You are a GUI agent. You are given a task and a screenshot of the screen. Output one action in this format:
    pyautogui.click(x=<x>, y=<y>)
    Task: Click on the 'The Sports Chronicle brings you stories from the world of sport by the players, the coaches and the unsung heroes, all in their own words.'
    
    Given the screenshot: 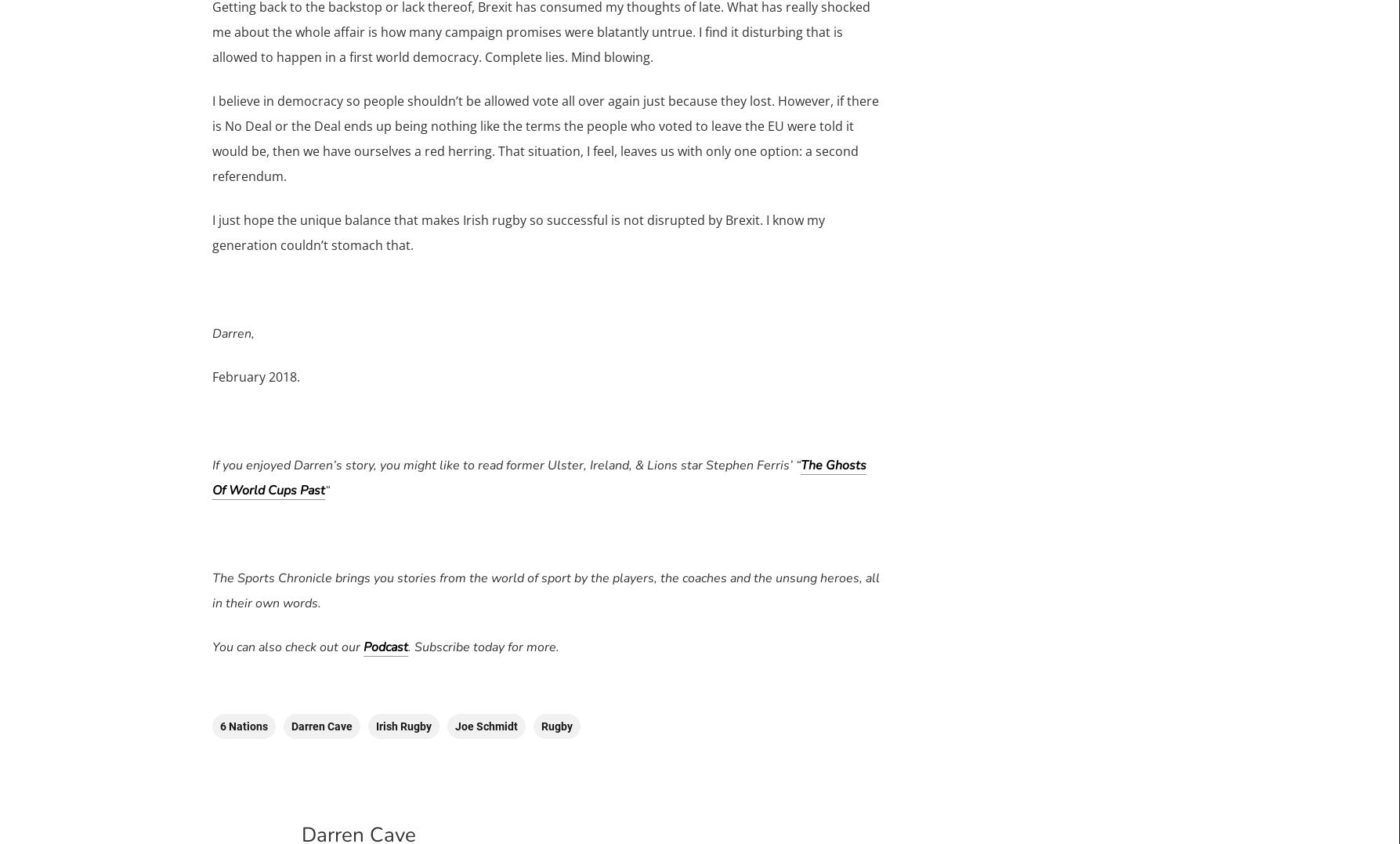 What is the action you would take?
    pyautogui.click(x=544, y=589)
    